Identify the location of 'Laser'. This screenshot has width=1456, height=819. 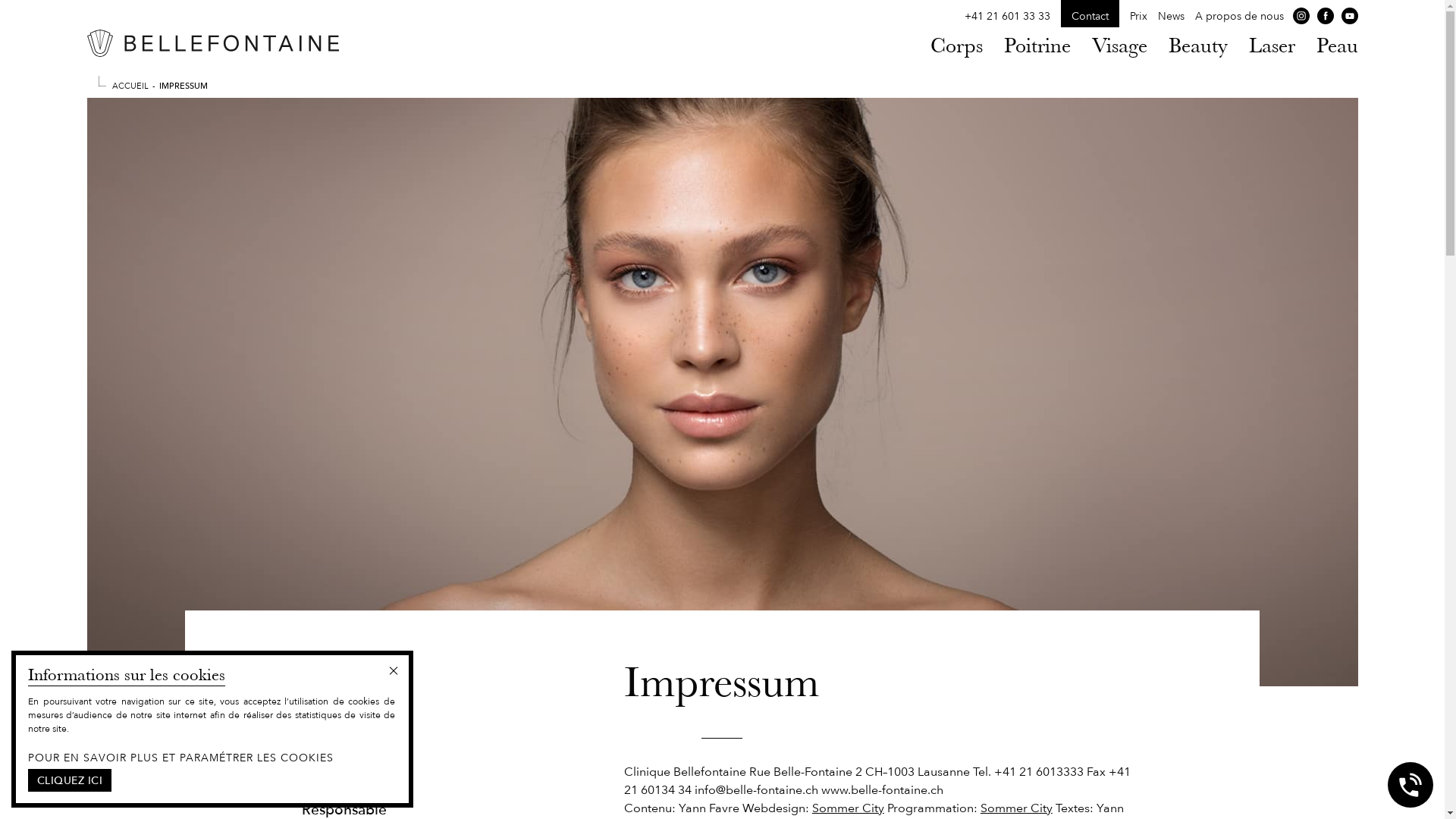
(1271, 45).